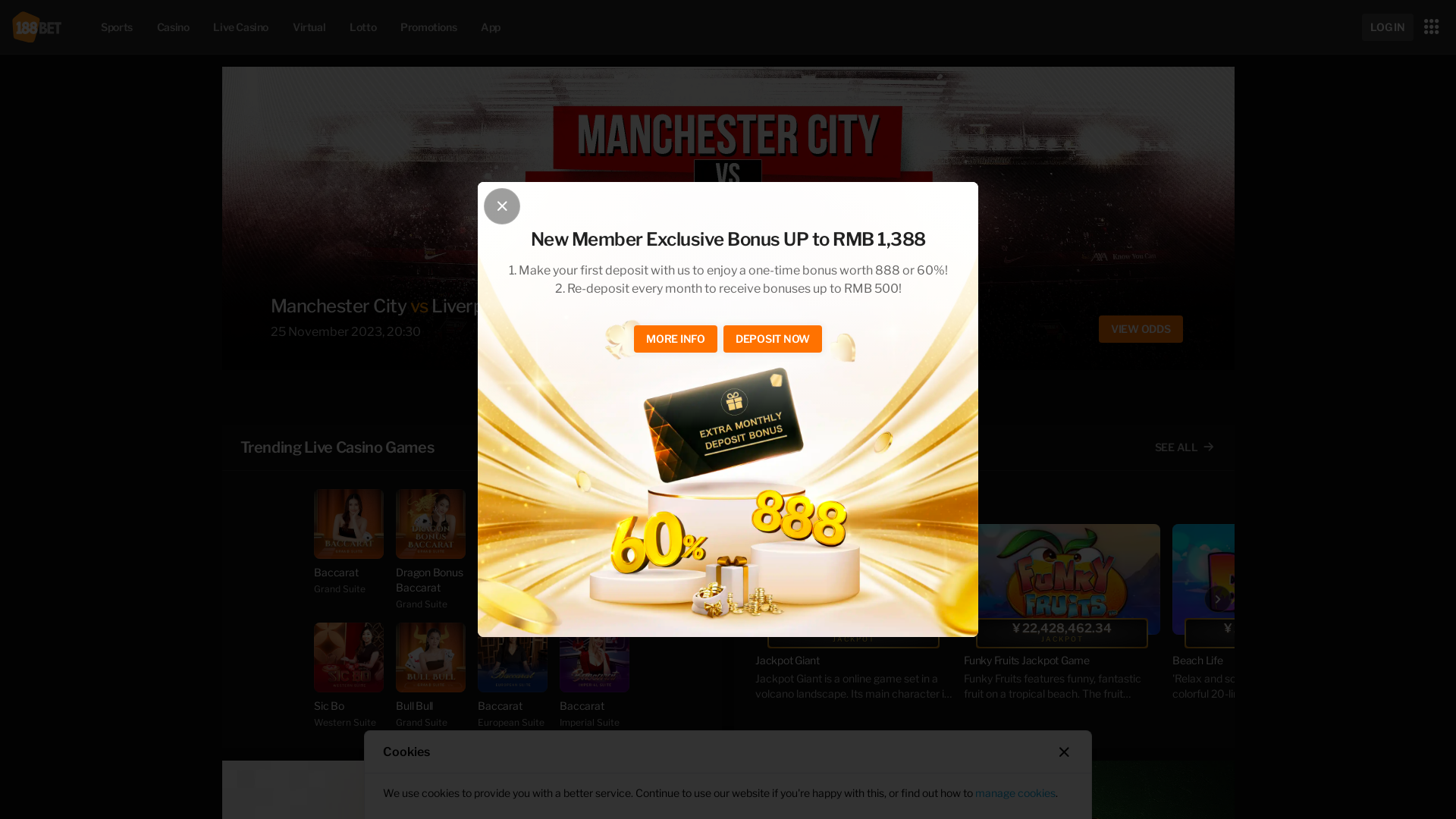 This screenshot has height=819, width=1456. What do you see at coordinates (1184, 447) in the screenshot?
I see `'SEE ALL'` at bounding box center [1184, 447].